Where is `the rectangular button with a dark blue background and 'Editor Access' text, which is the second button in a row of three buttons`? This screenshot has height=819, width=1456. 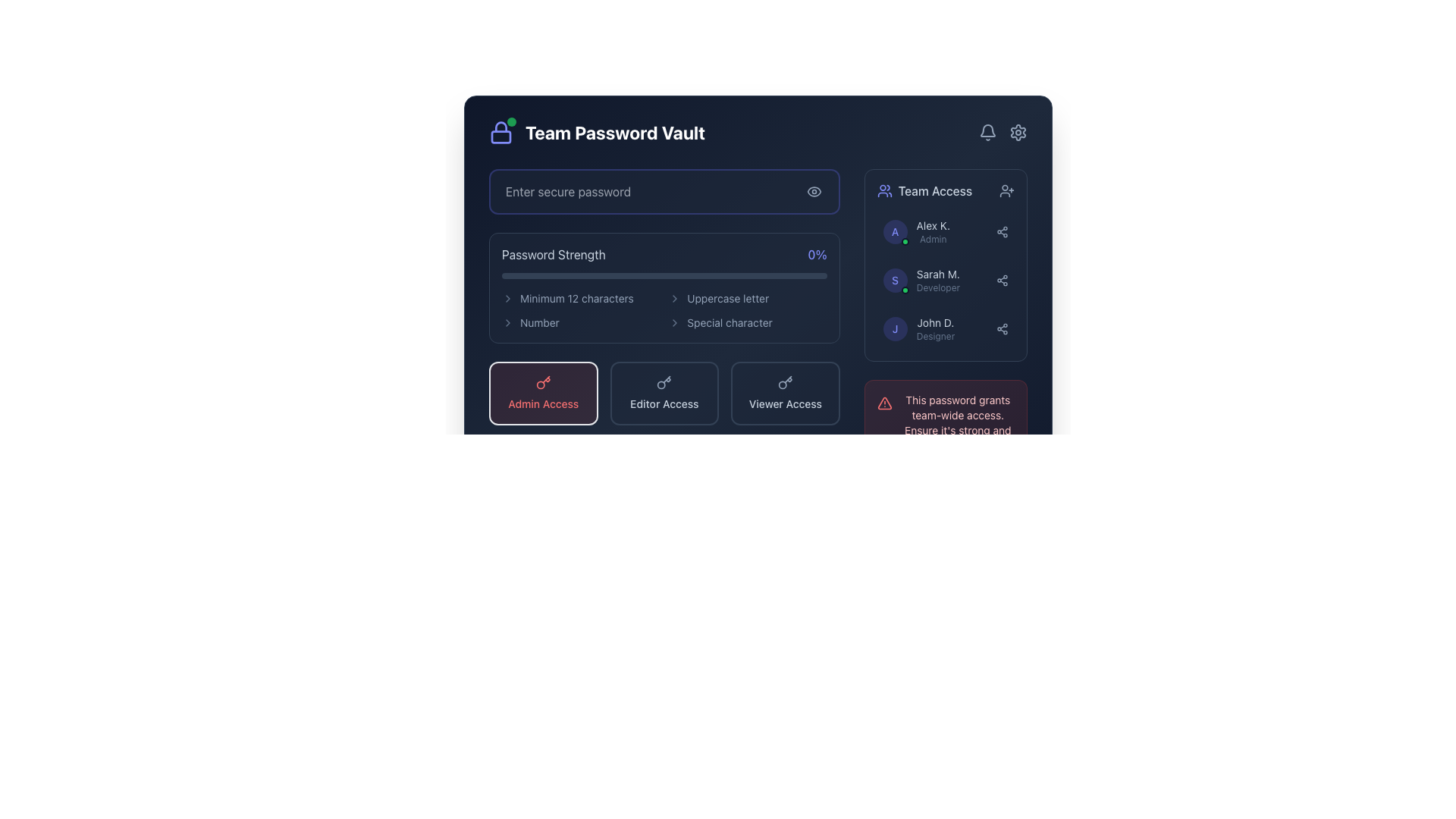 the rectangular button with a dark blue background and 'Editor Access' text, which is the second button in a row of three buttons is located at coordinates (664, 393).